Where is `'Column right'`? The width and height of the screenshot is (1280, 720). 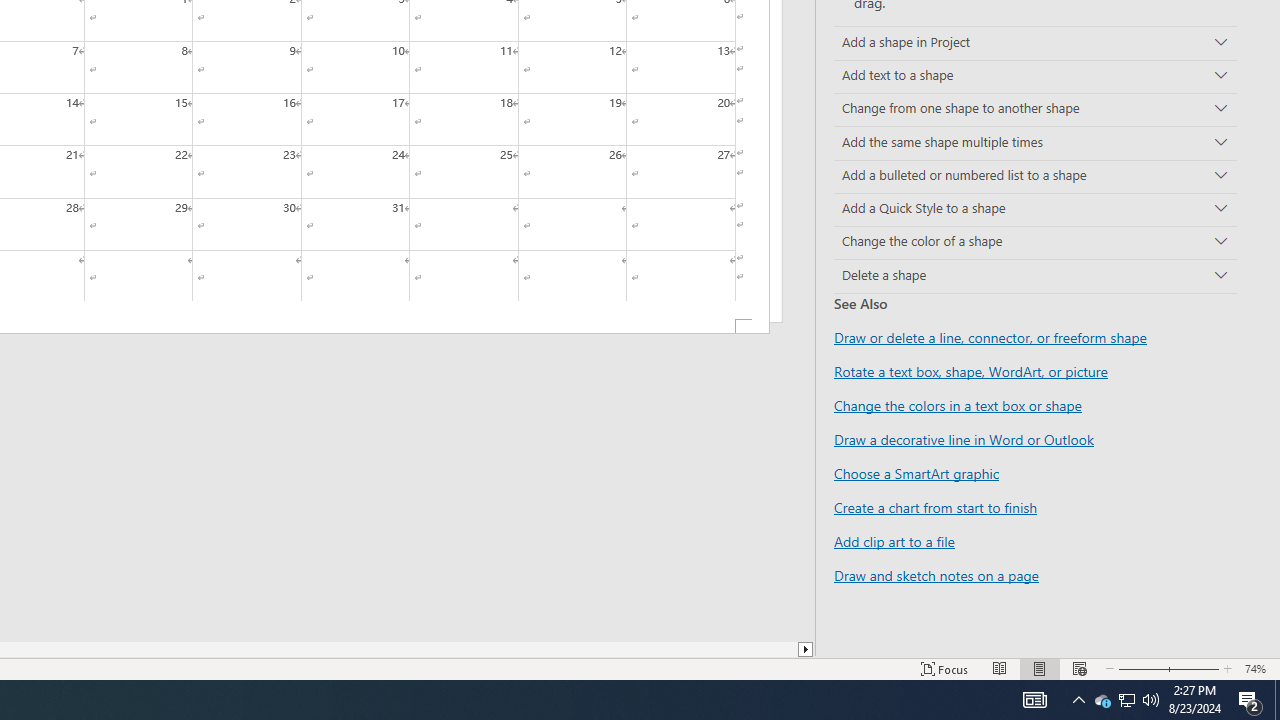
'Column right' is located at coordinates (806, 649).